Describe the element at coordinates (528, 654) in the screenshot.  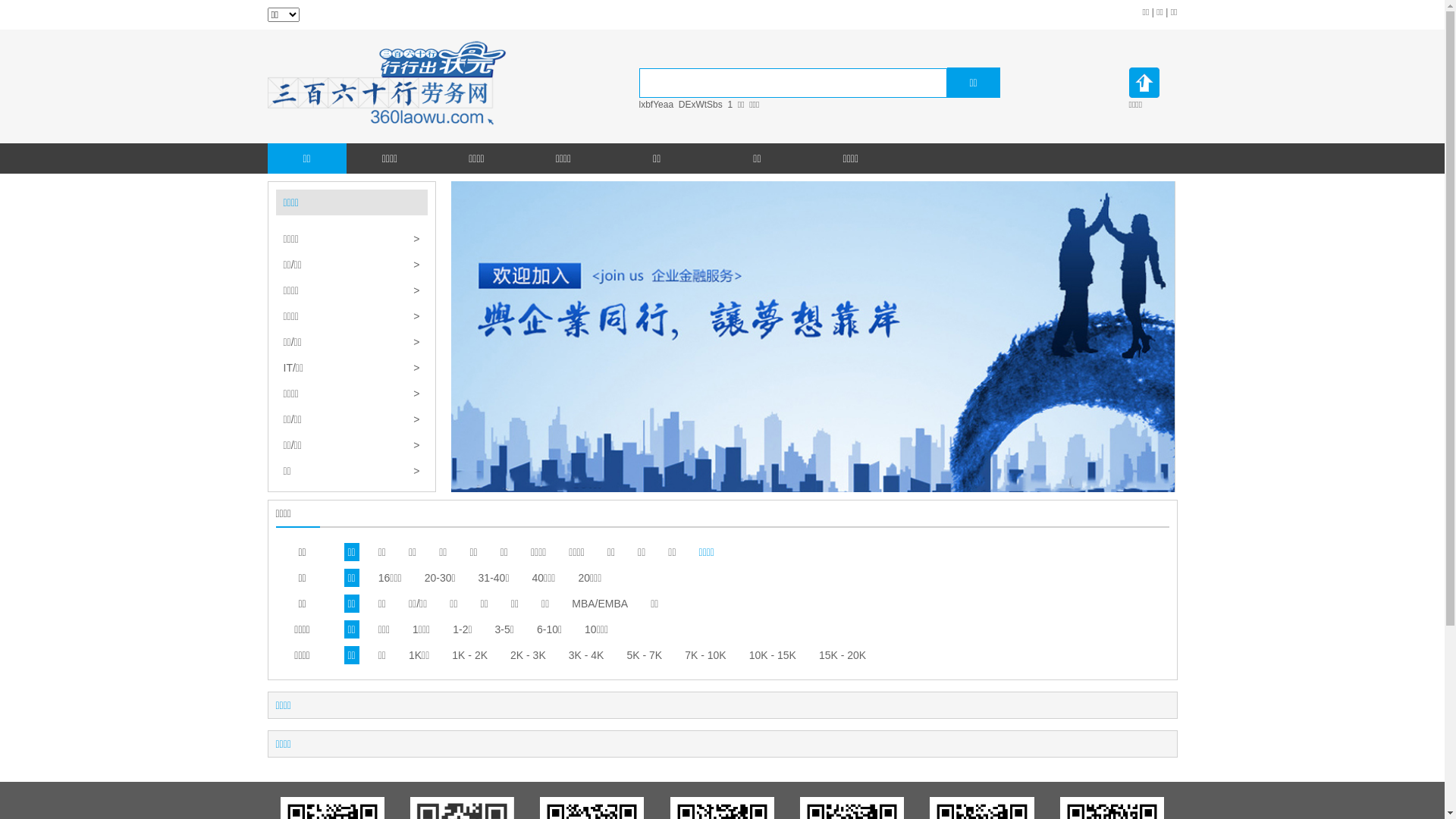
I see `'2K - 3K'` at that location.